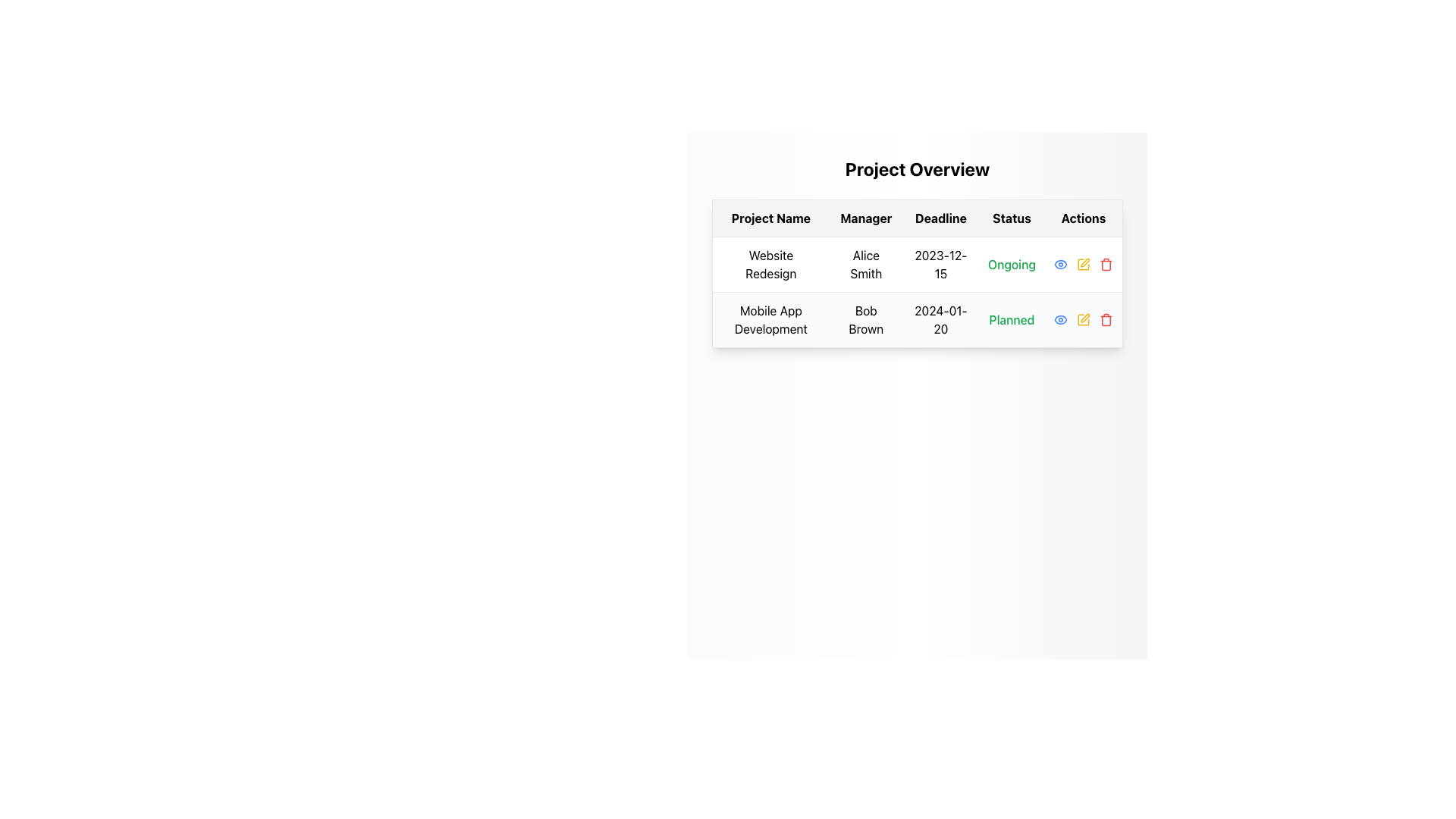 Image resolution: width=1456 pixels, height=819 pixels. I want to click on the text block displaying the title 'Website Redesign' located in the 'Project Name' column of the table, so click(770, 263).